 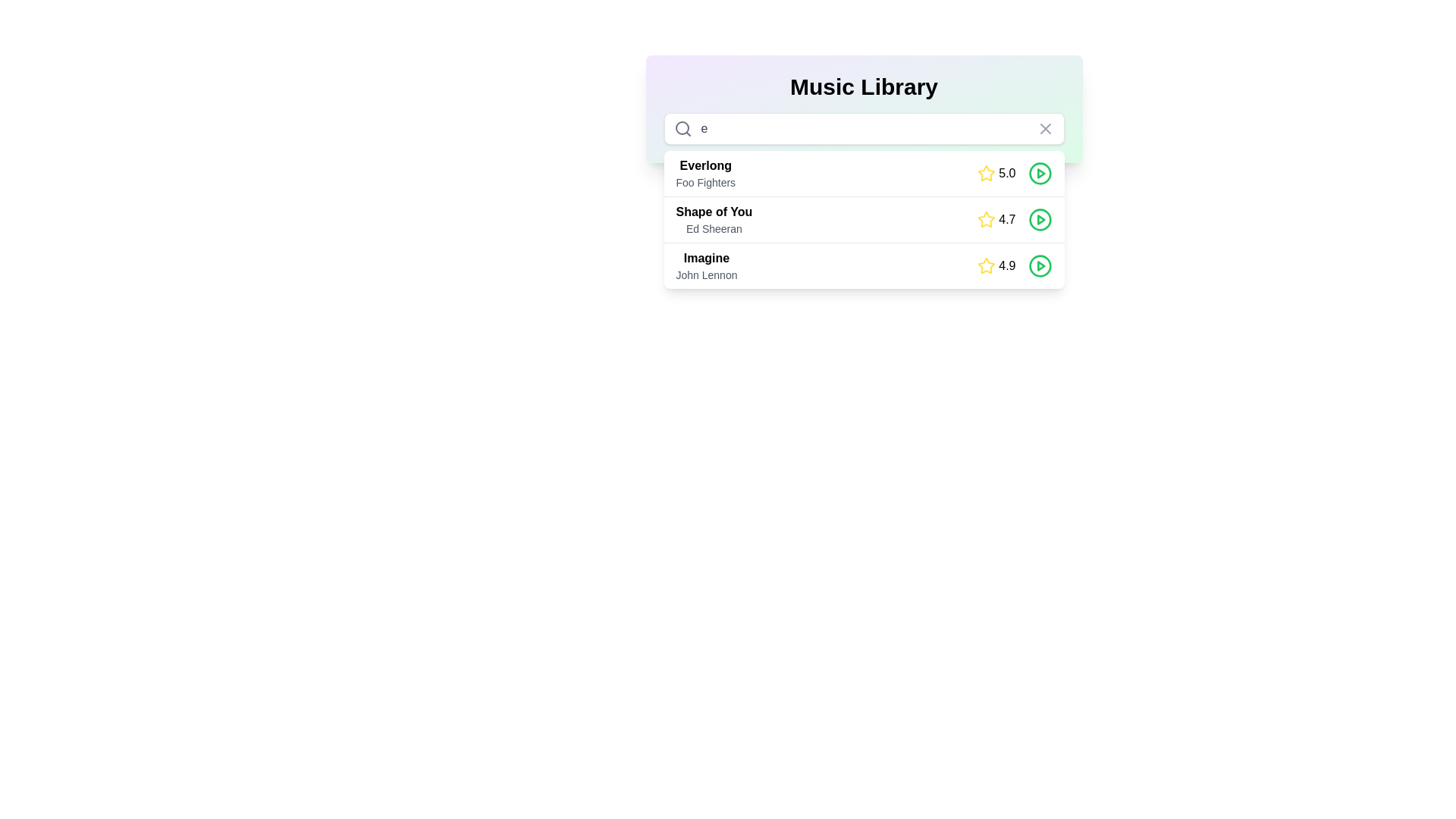 I want to click on the circular play button icon located to the far right of the 'Shape of You' song entry, which features a triangular play symbol inside, so click(x=1039, y=219).